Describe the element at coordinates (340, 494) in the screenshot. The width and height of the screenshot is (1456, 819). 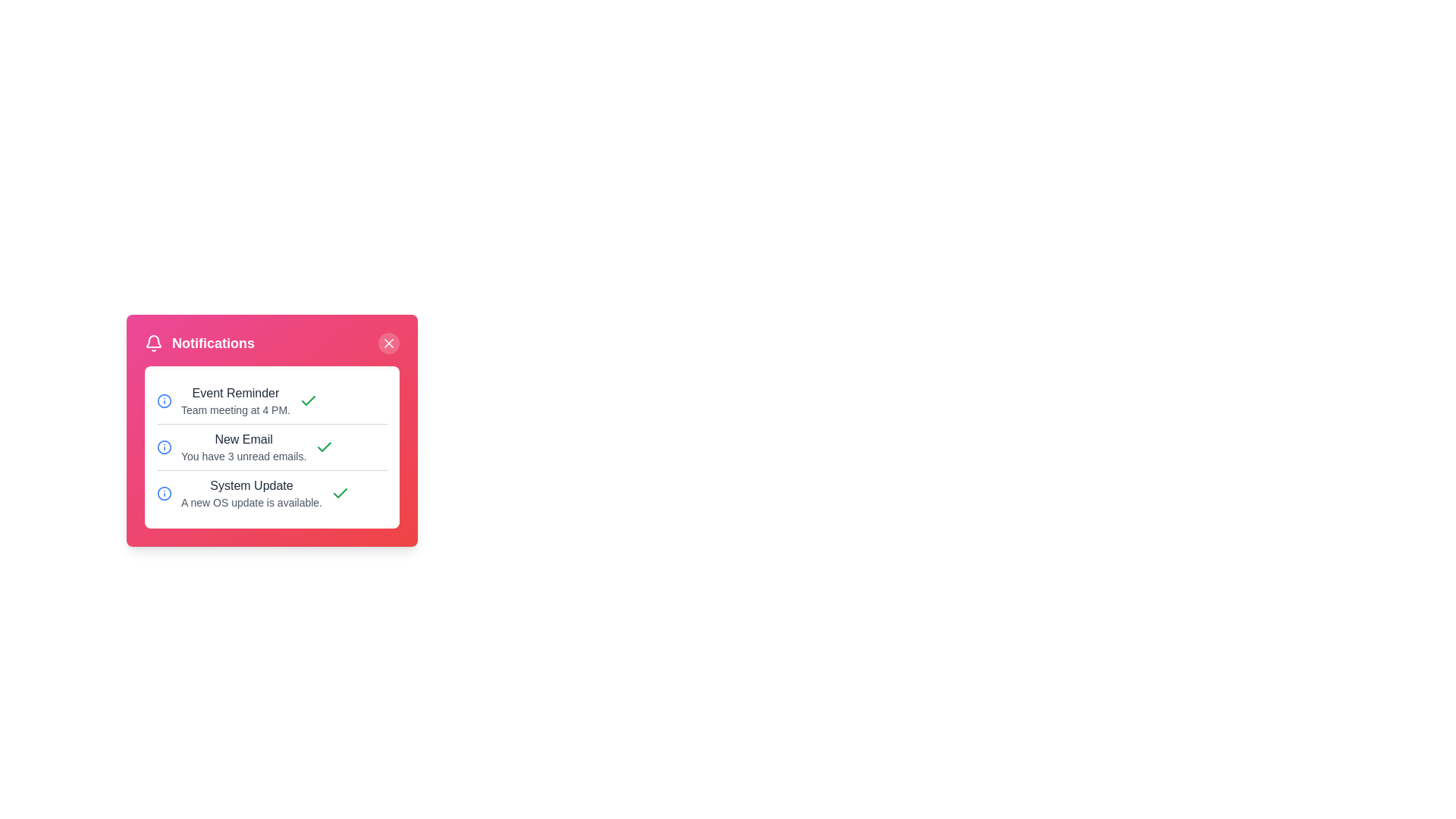
I see `the green checkmark icon located at the far-right corner of the 'System Update' notification card` at that location.